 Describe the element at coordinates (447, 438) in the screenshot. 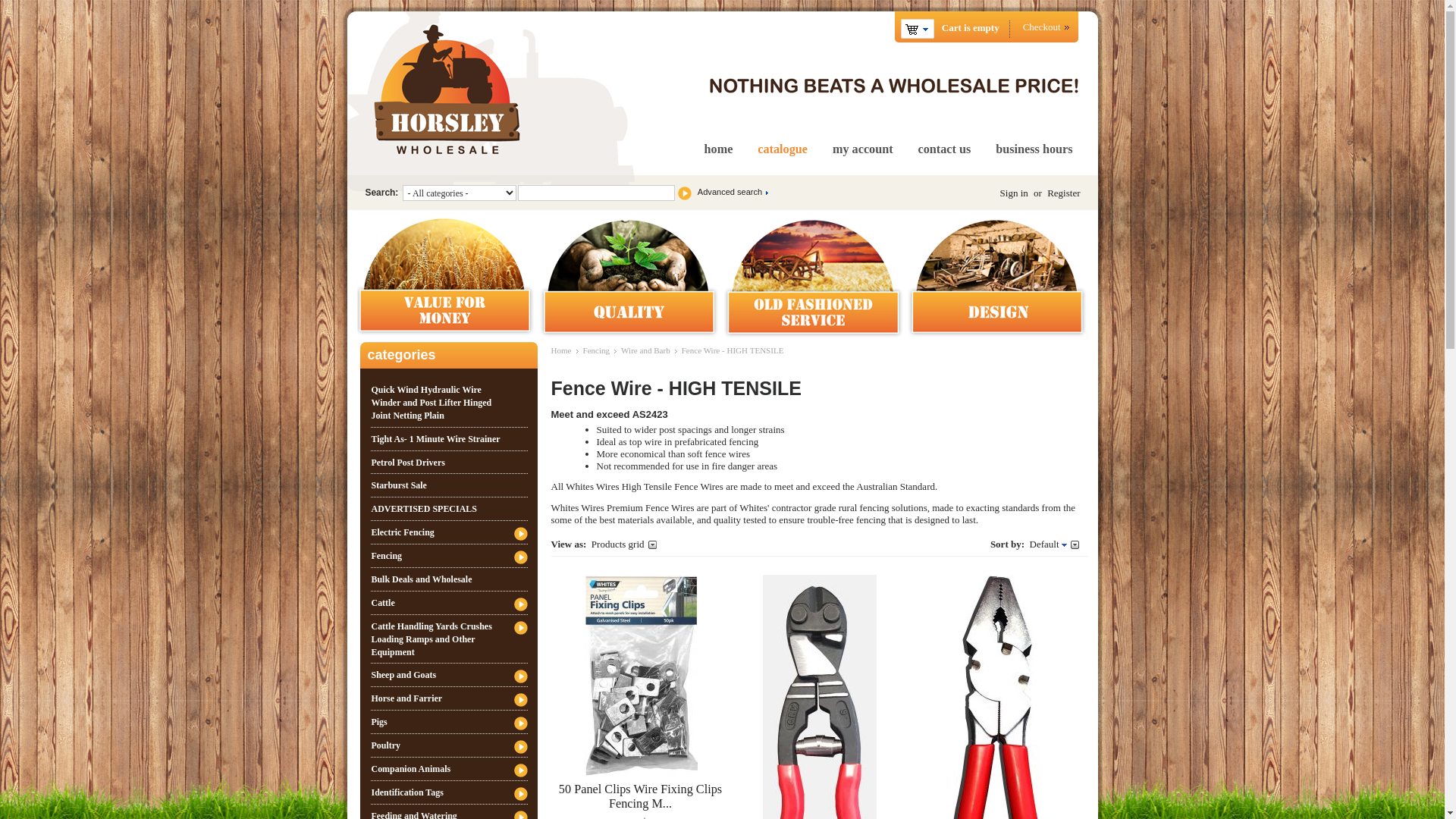

I see `'Tight As- 1 Minute Wire Strainer'` at that location.